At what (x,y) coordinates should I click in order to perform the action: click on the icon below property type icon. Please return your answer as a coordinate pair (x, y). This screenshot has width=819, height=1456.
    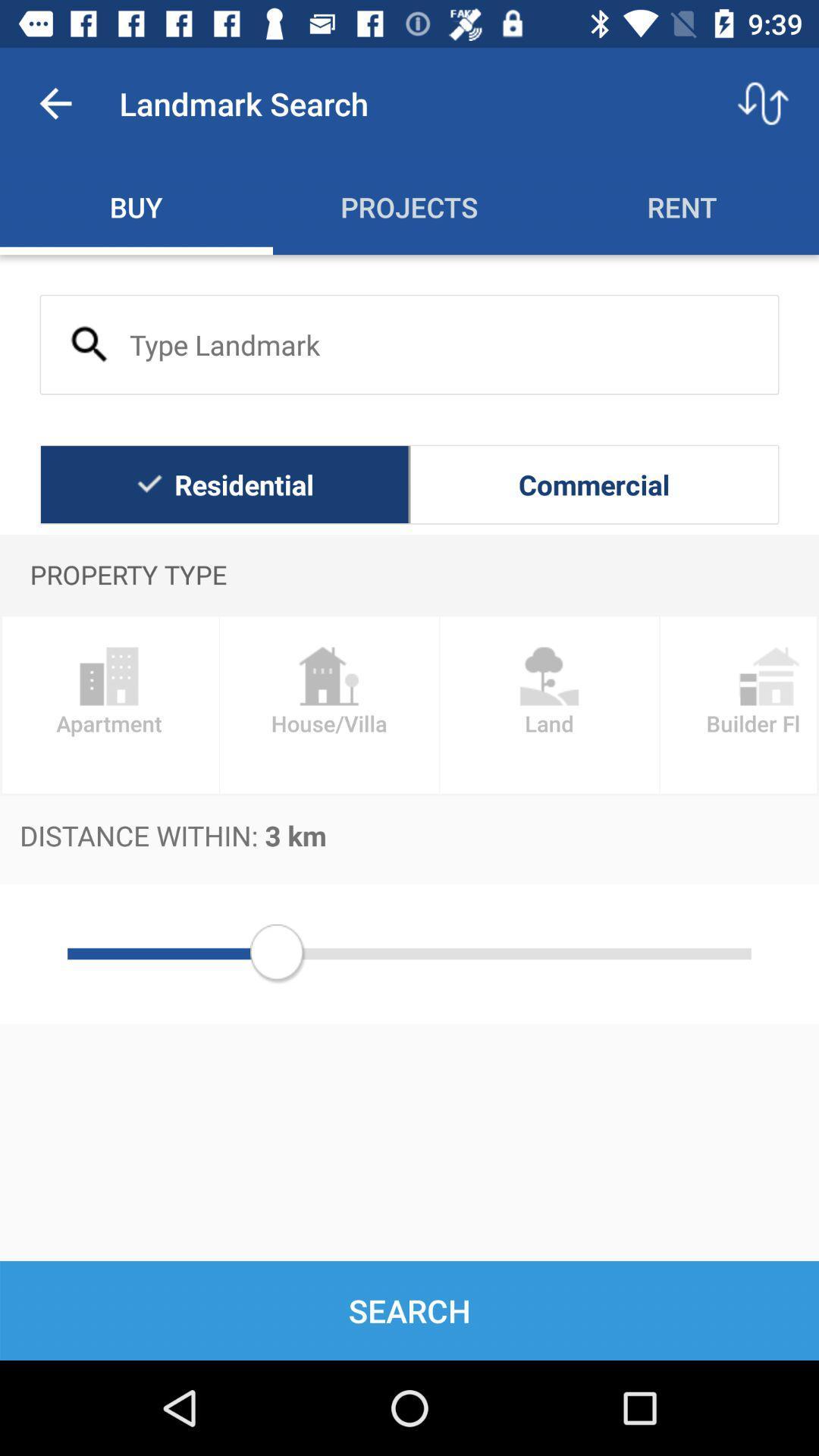
    Looking at the image, I should click on (549, 704).